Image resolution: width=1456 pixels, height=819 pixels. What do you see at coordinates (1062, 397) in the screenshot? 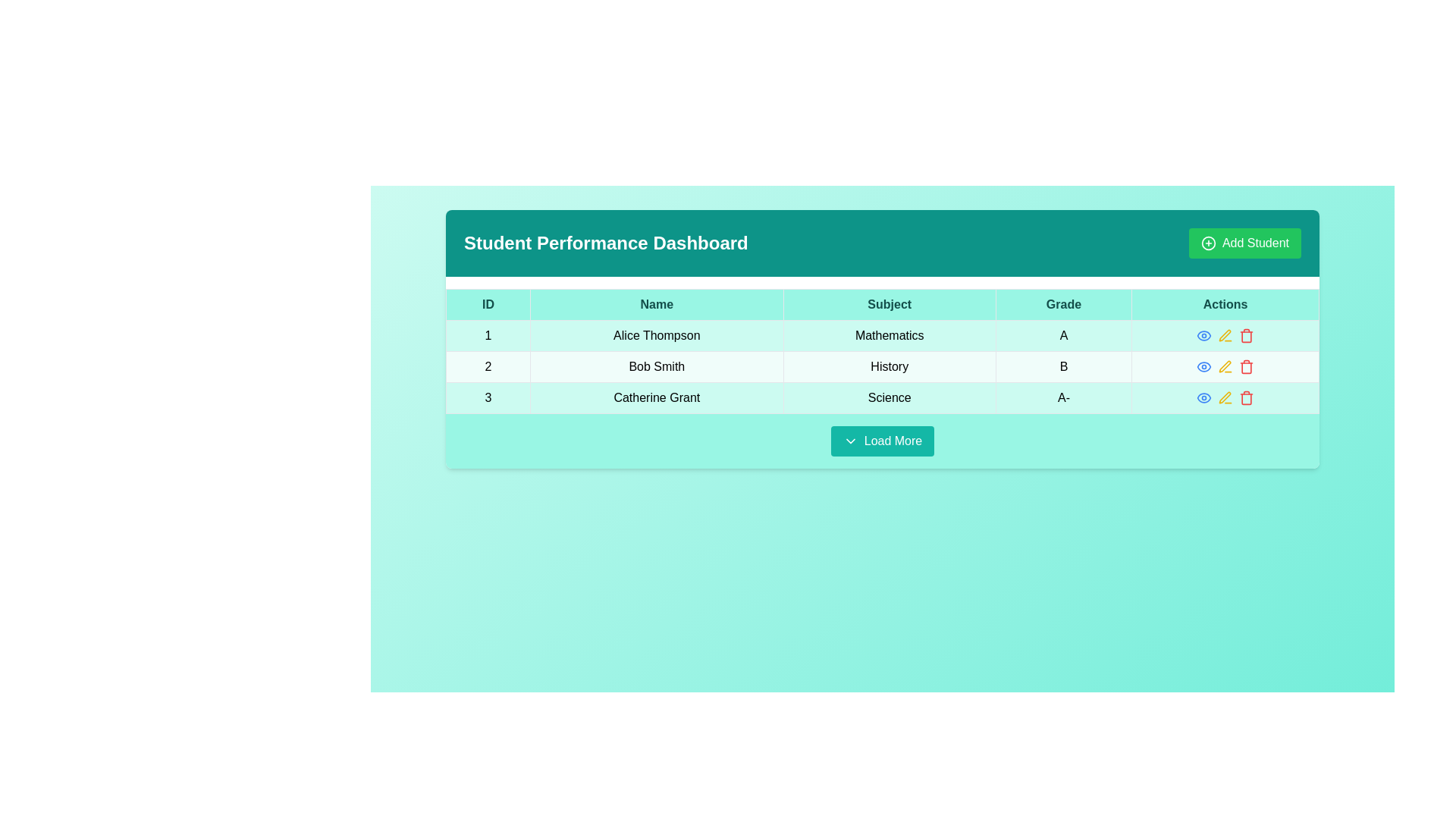
I see `the text label displaying 'A-' in bold style located in the 'Grade' column for 'Catherine Grant' in the Student Performance Dashboard` at bounding box center [1062, 397].